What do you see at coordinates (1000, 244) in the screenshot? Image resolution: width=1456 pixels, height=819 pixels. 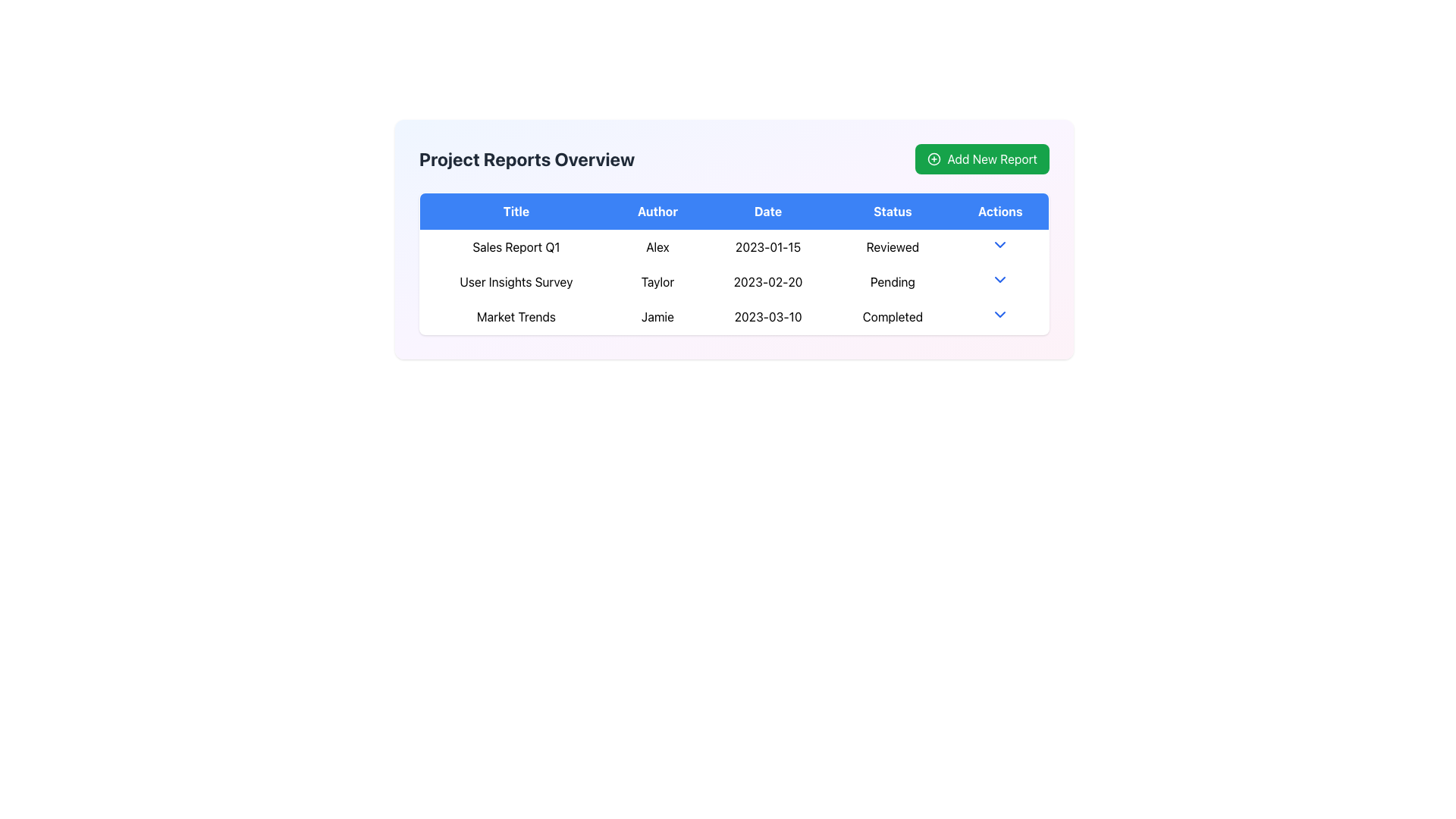 I see `the blue downward pointing chevron icon located in the 'Actions' column of the first row in the table` at bounding box center [1000, 244].